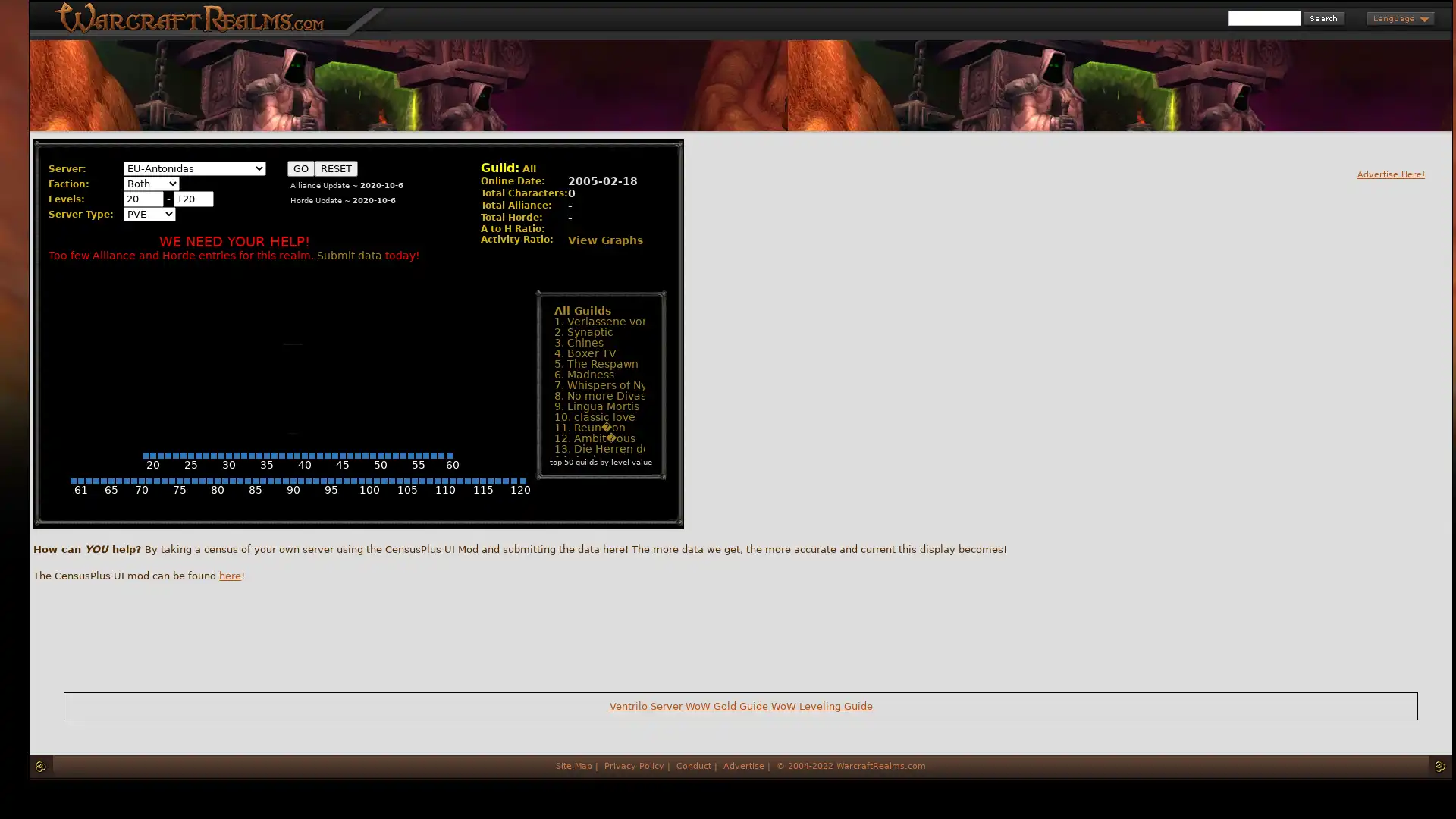  I want to click on GO, so click(300, 168).